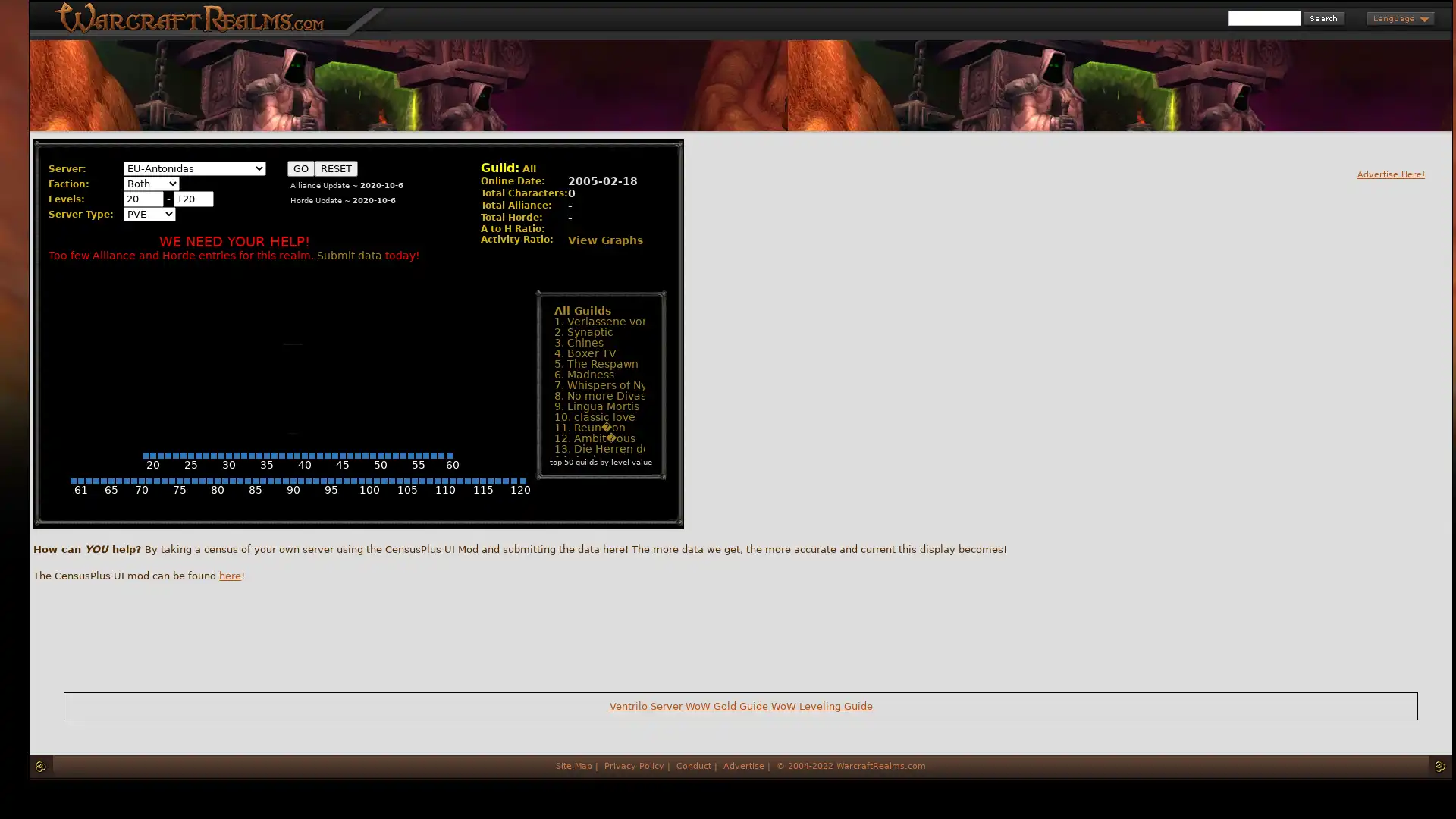  I want to click on GO, so click(300, 168).